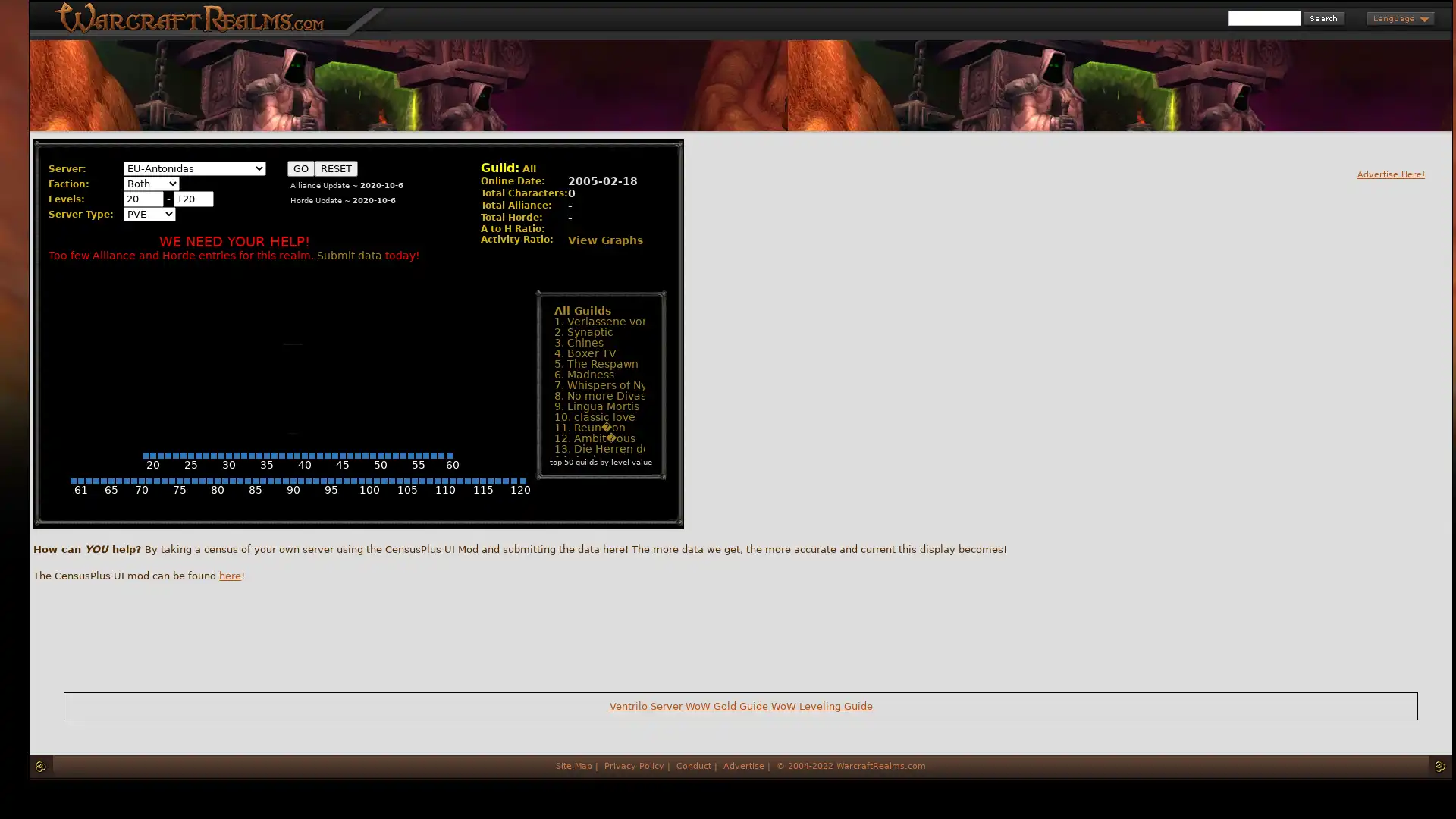  I want to click on GO, so click(300, 168).